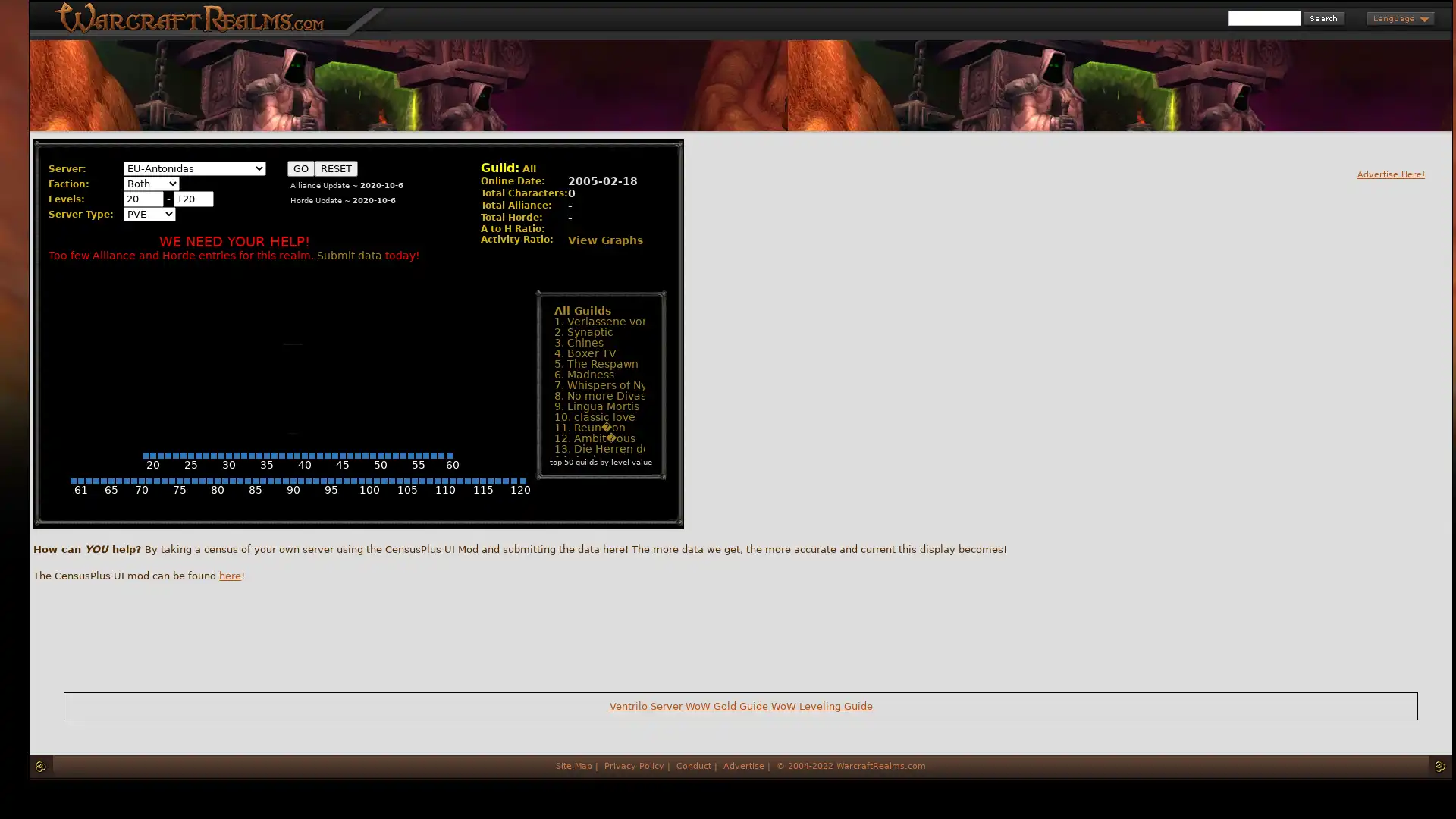  I want to click on GO, so click(300, 168).